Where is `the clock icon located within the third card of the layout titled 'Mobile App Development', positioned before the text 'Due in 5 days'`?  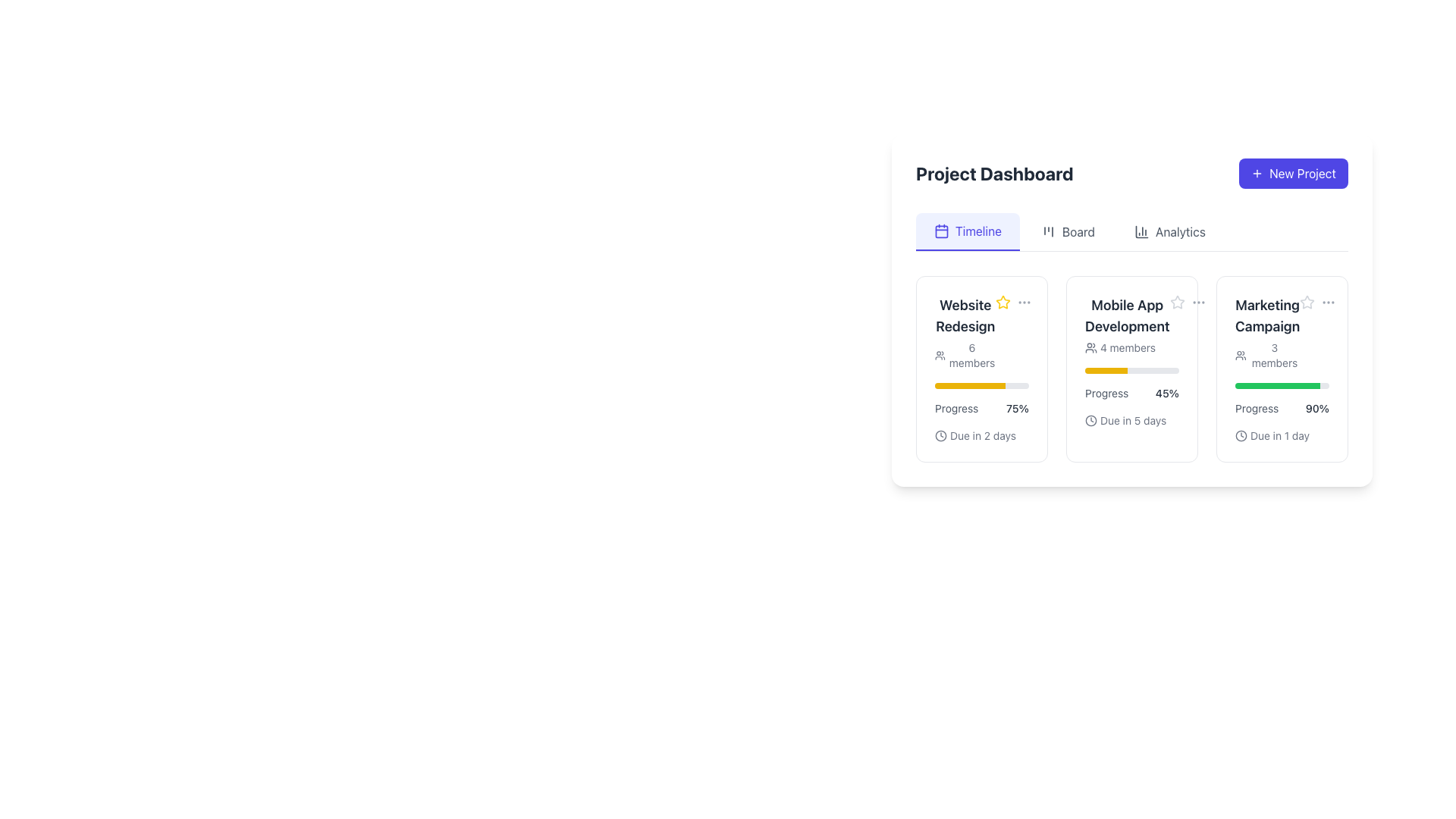
the clock icon located within the third card of the layout titled 'Mobile App Development', positioned before the text 'Due in 5 days' is located at coordinates (1090, 421).